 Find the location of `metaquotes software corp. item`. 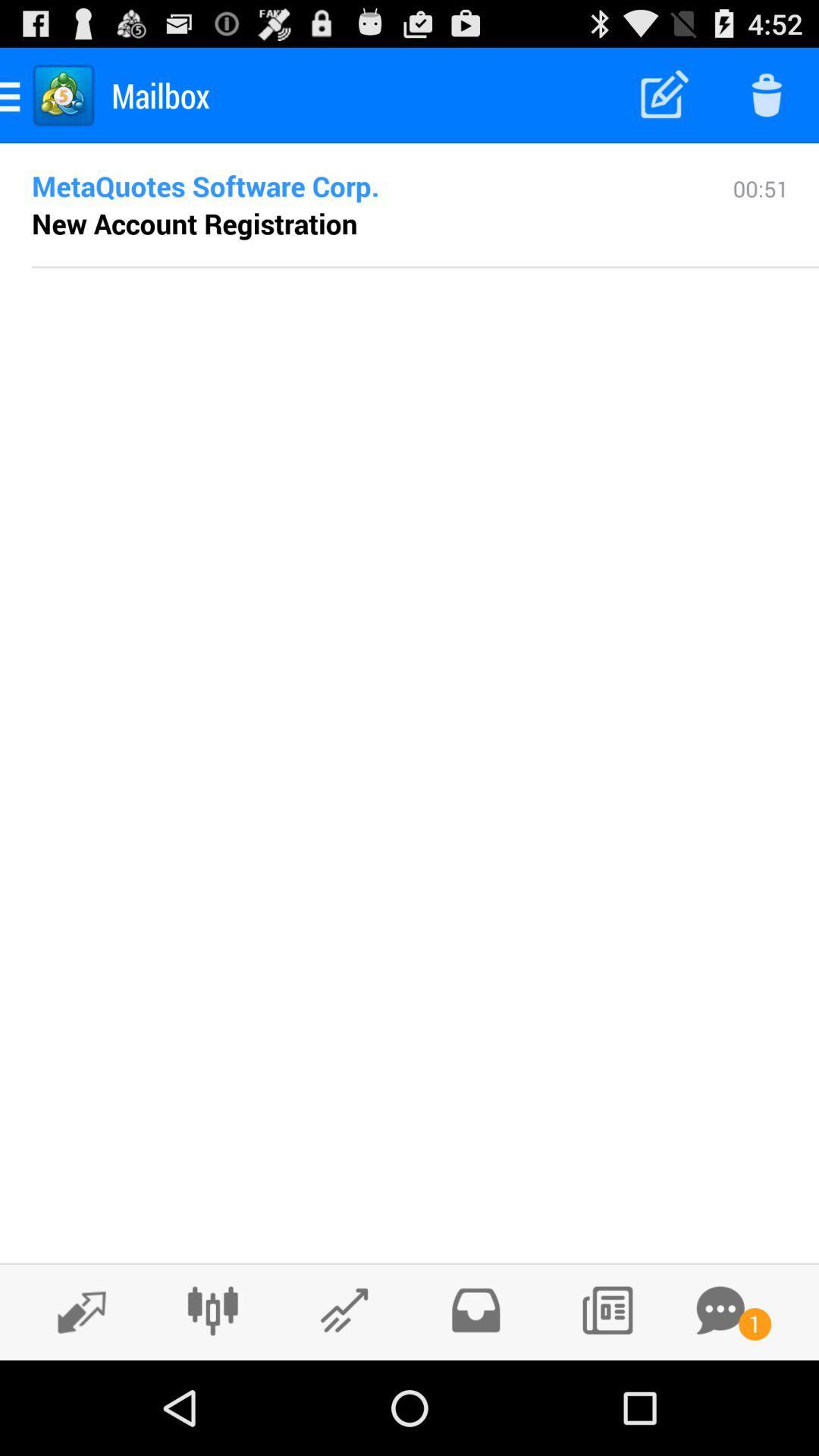

metaquotes software corp. item is located at coordinates (358, 185).